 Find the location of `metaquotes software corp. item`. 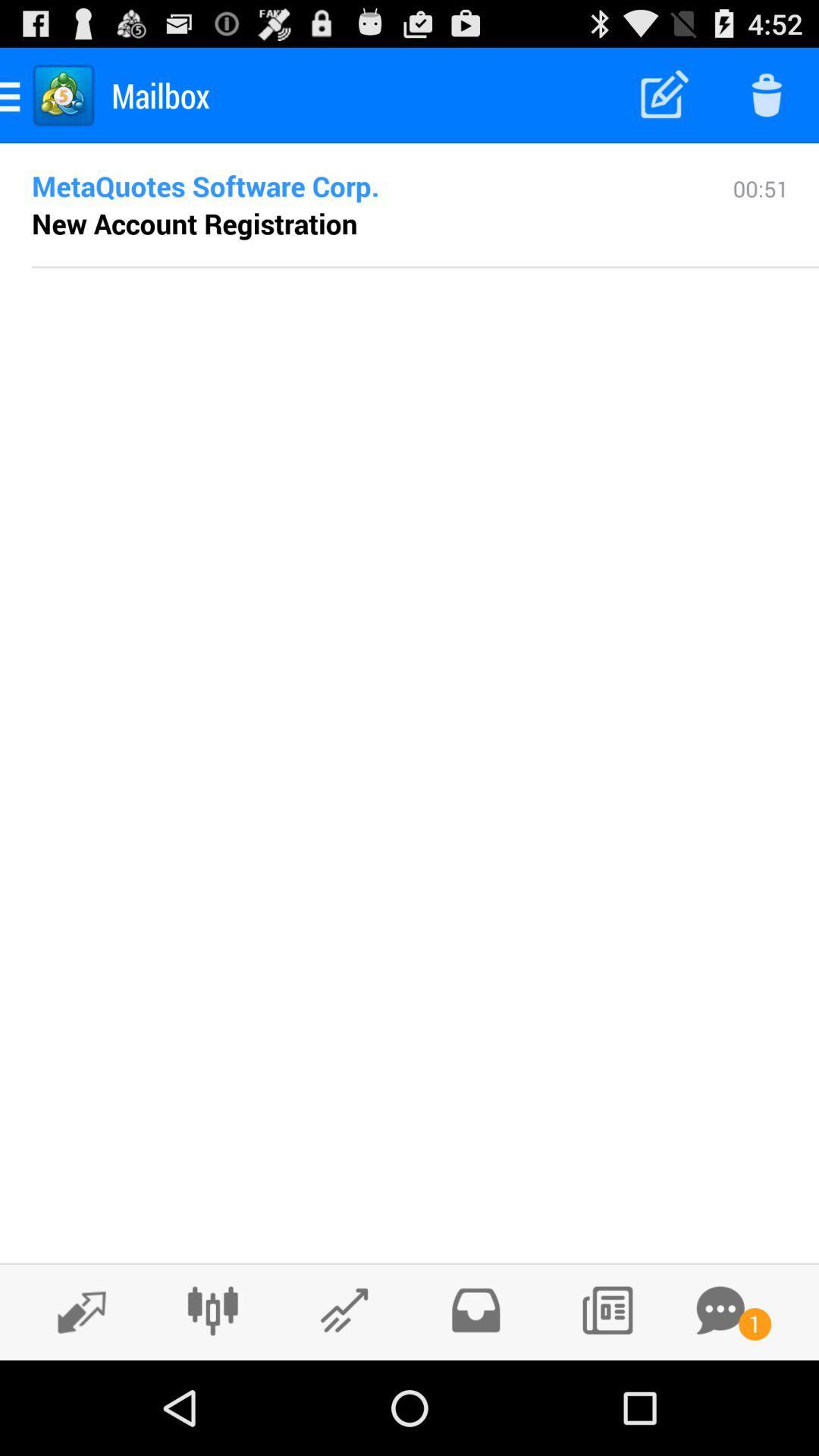

metaquotes software corp. item is located at coordinates (358, 185).